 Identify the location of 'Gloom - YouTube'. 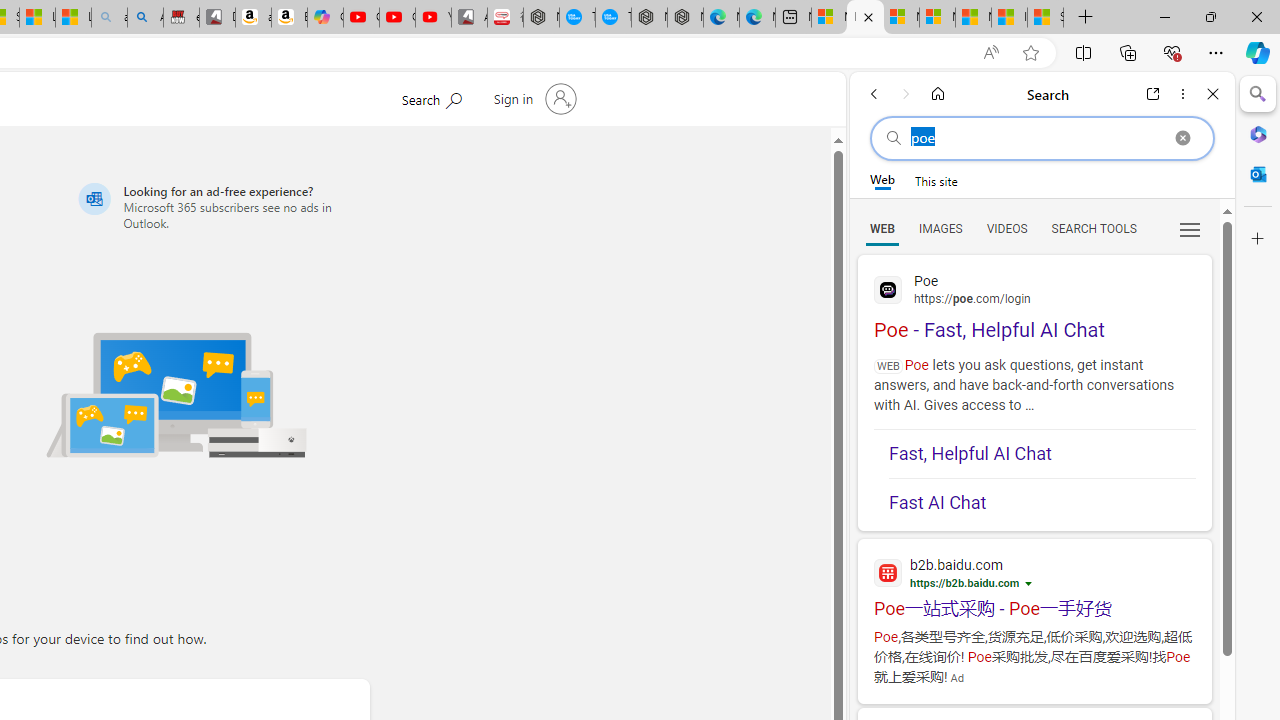
(397, 17).